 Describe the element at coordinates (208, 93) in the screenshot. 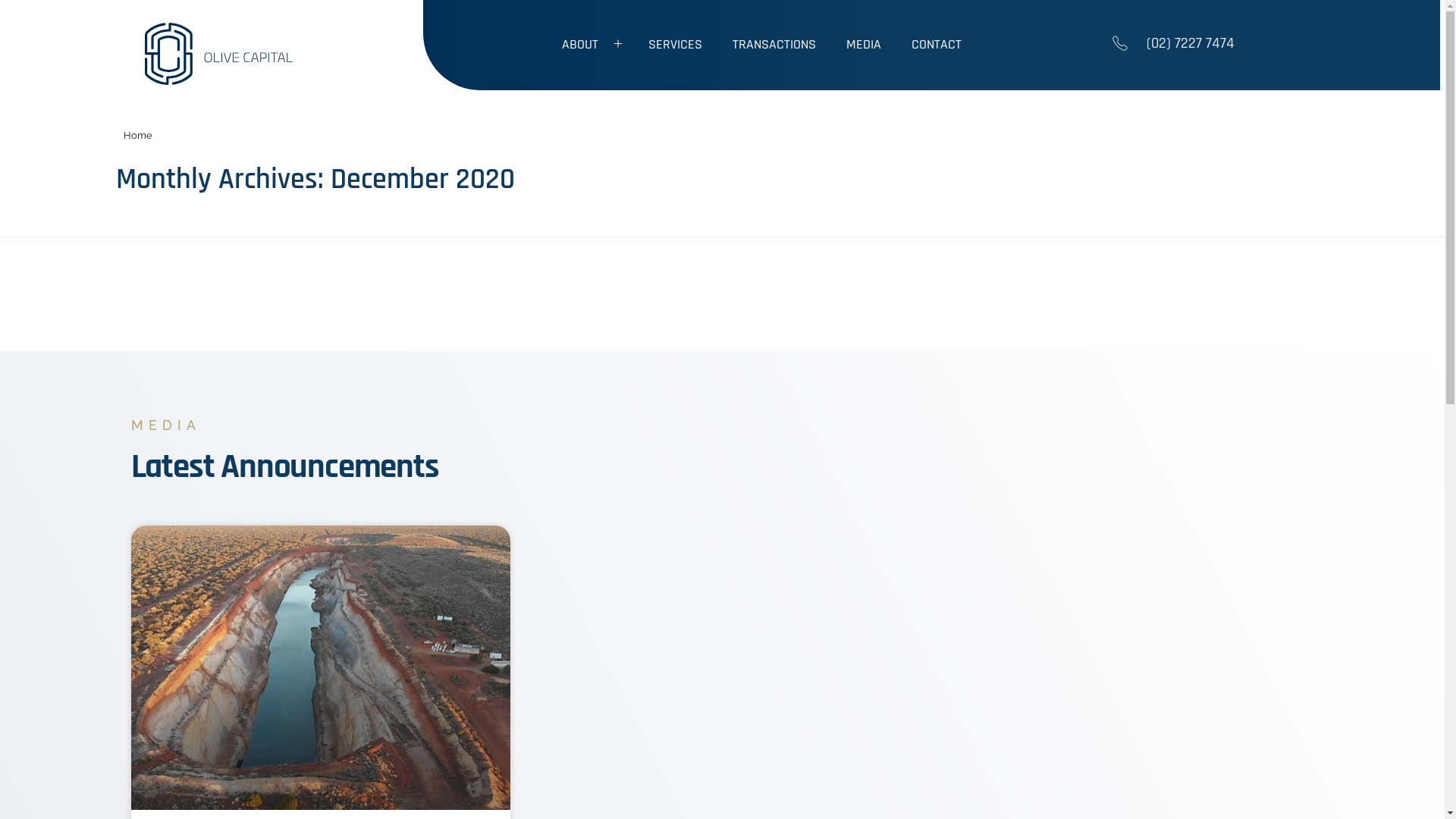

I see `'OLIVE CAPITAL'` at that location.